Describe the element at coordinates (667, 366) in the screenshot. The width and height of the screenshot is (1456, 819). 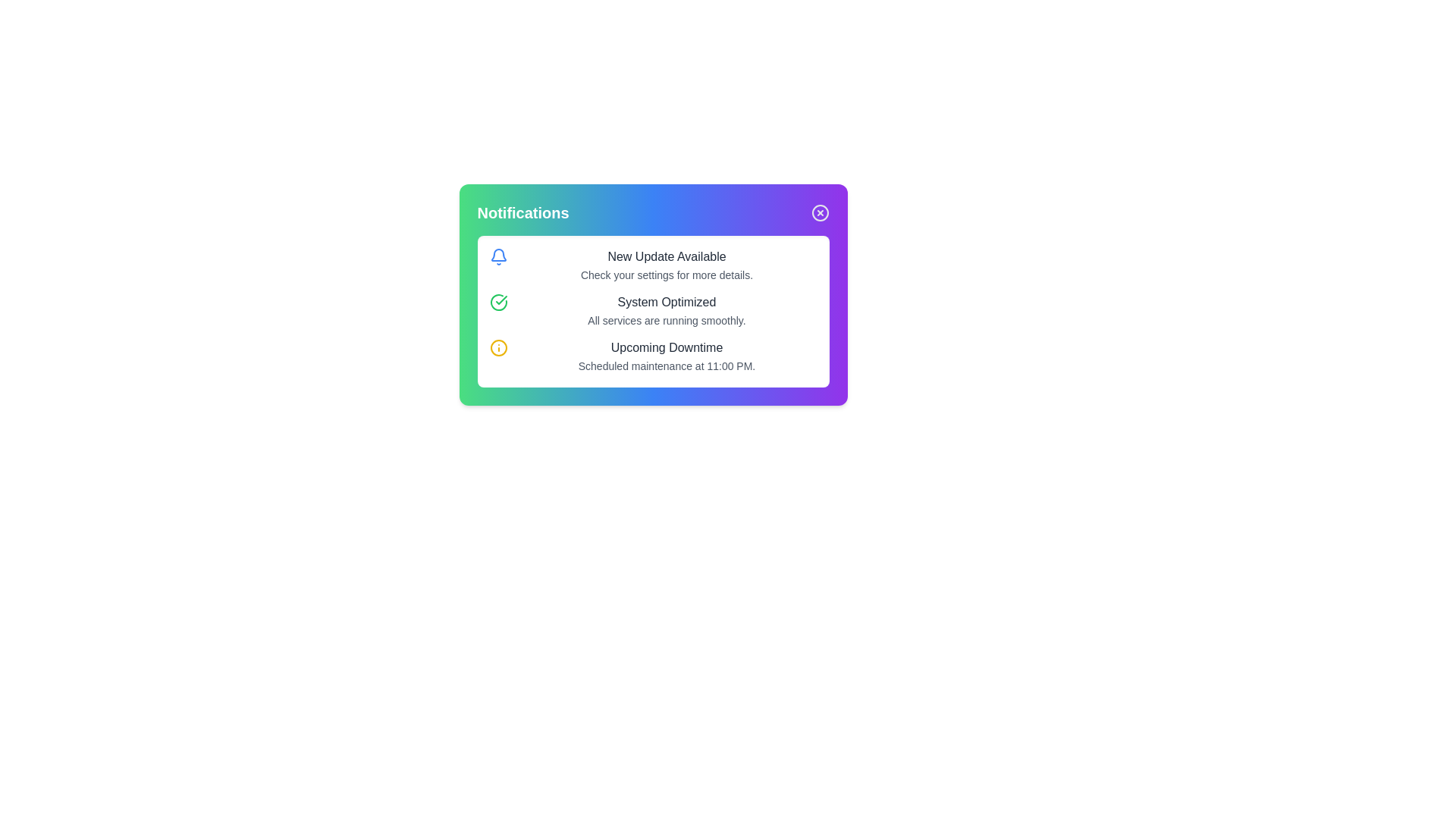
I see `the Text label that provides additional information about the scheduled maintenance event, located below the heading 'Upcoming Downtime' in the right section of the pop-up notification card` at that location.